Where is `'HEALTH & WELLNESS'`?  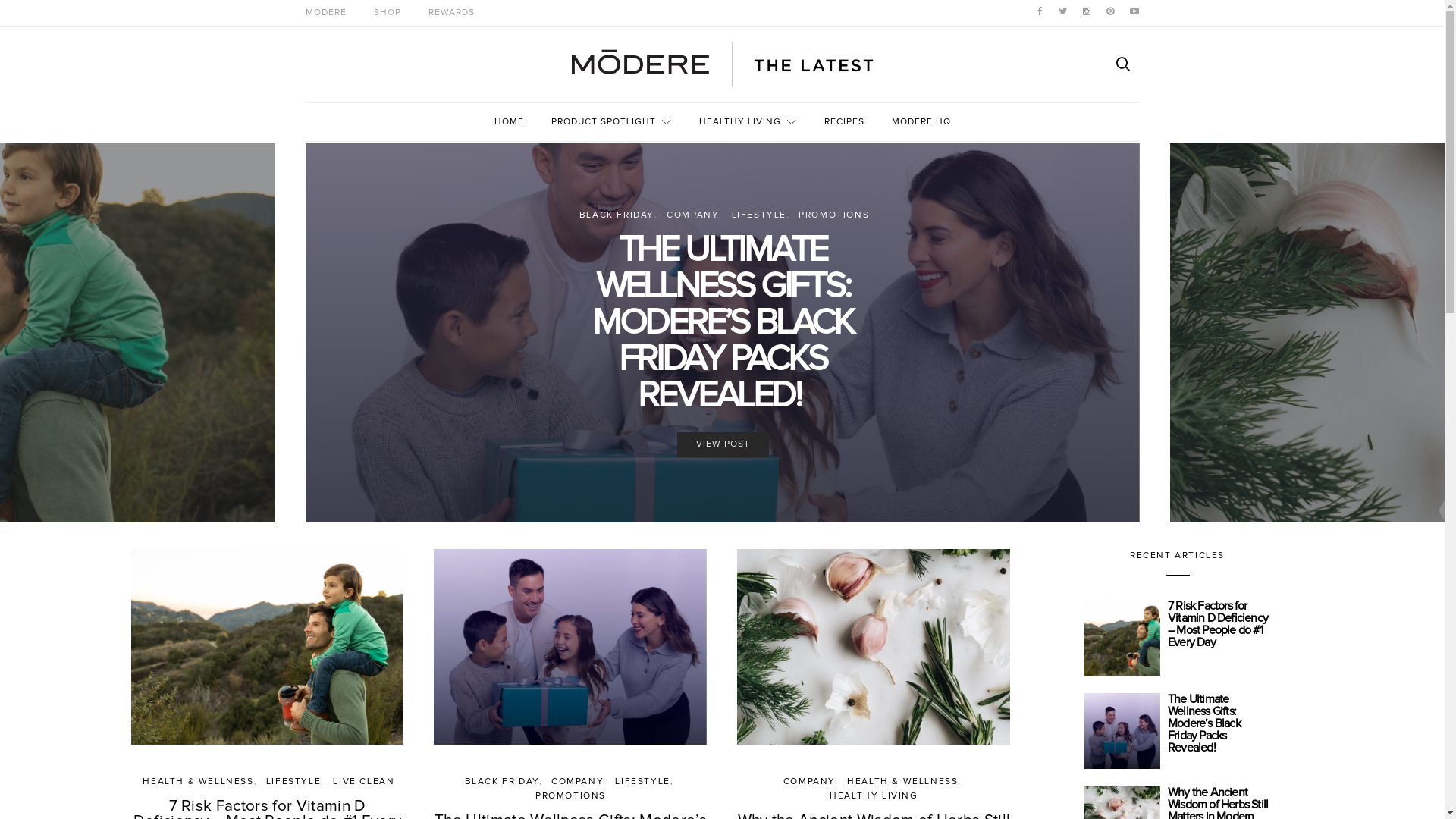 'HEALTH & WELLNESS' is located at coordinates (196, 781).